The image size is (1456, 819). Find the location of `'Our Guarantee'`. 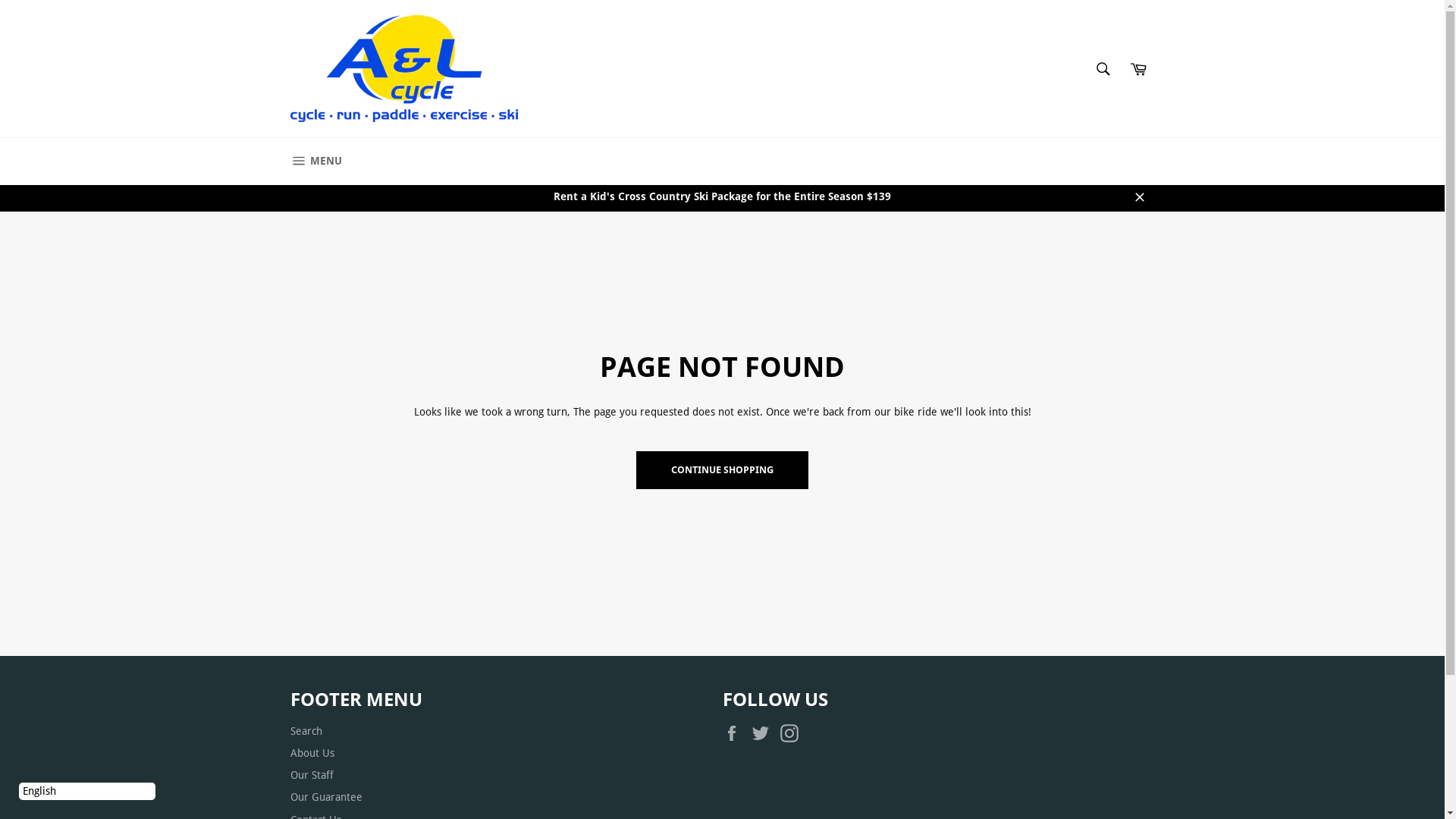

'Our Guarantee' is located at coordinates (325, 795).